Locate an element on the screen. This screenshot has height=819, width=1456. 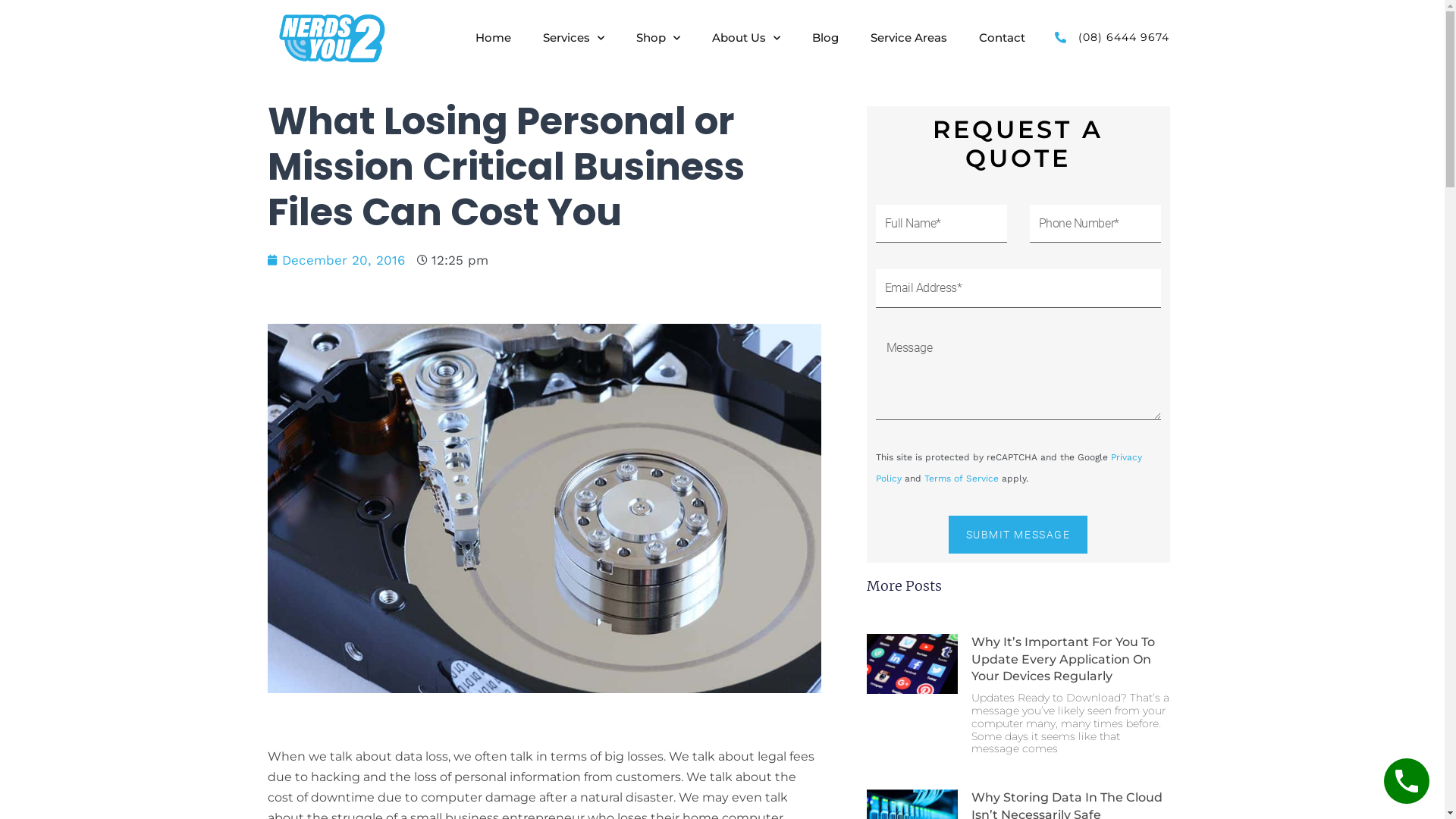
'About Us' is located at coordinates (711, 37).